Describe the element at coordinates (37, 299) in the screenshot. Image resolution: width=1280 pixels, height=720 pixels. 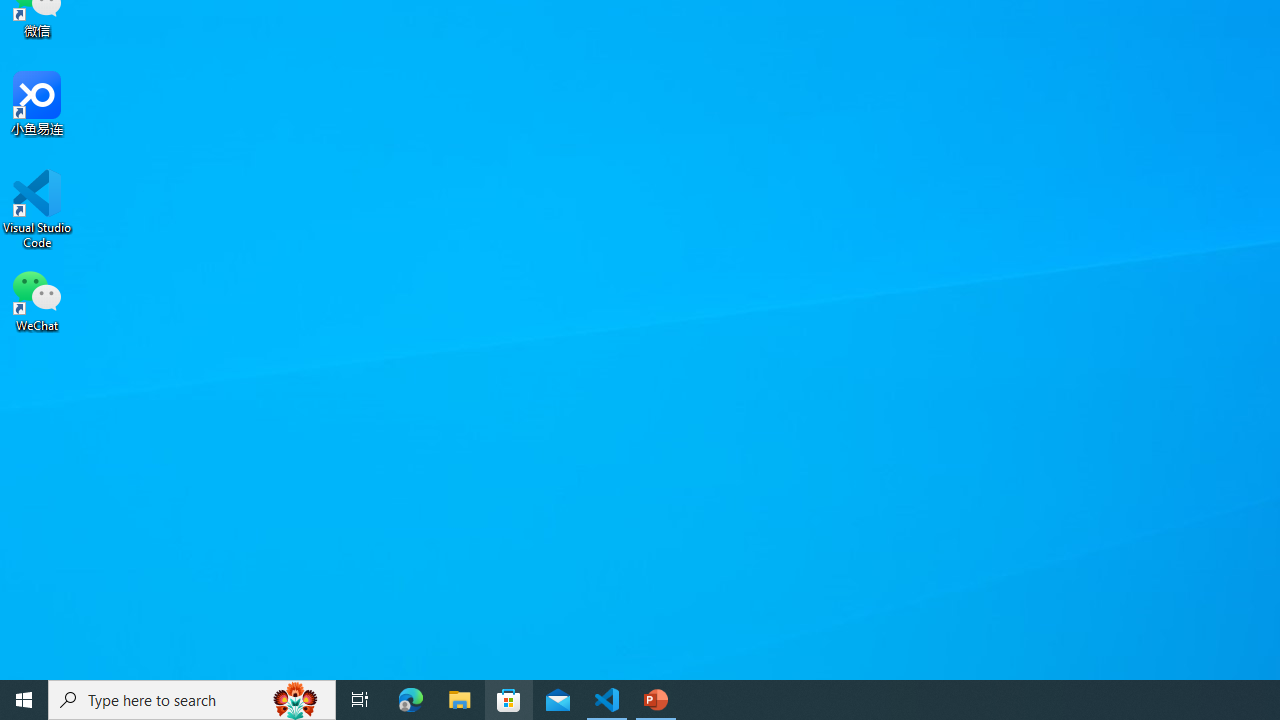
I see `'WeChat'` at that location.